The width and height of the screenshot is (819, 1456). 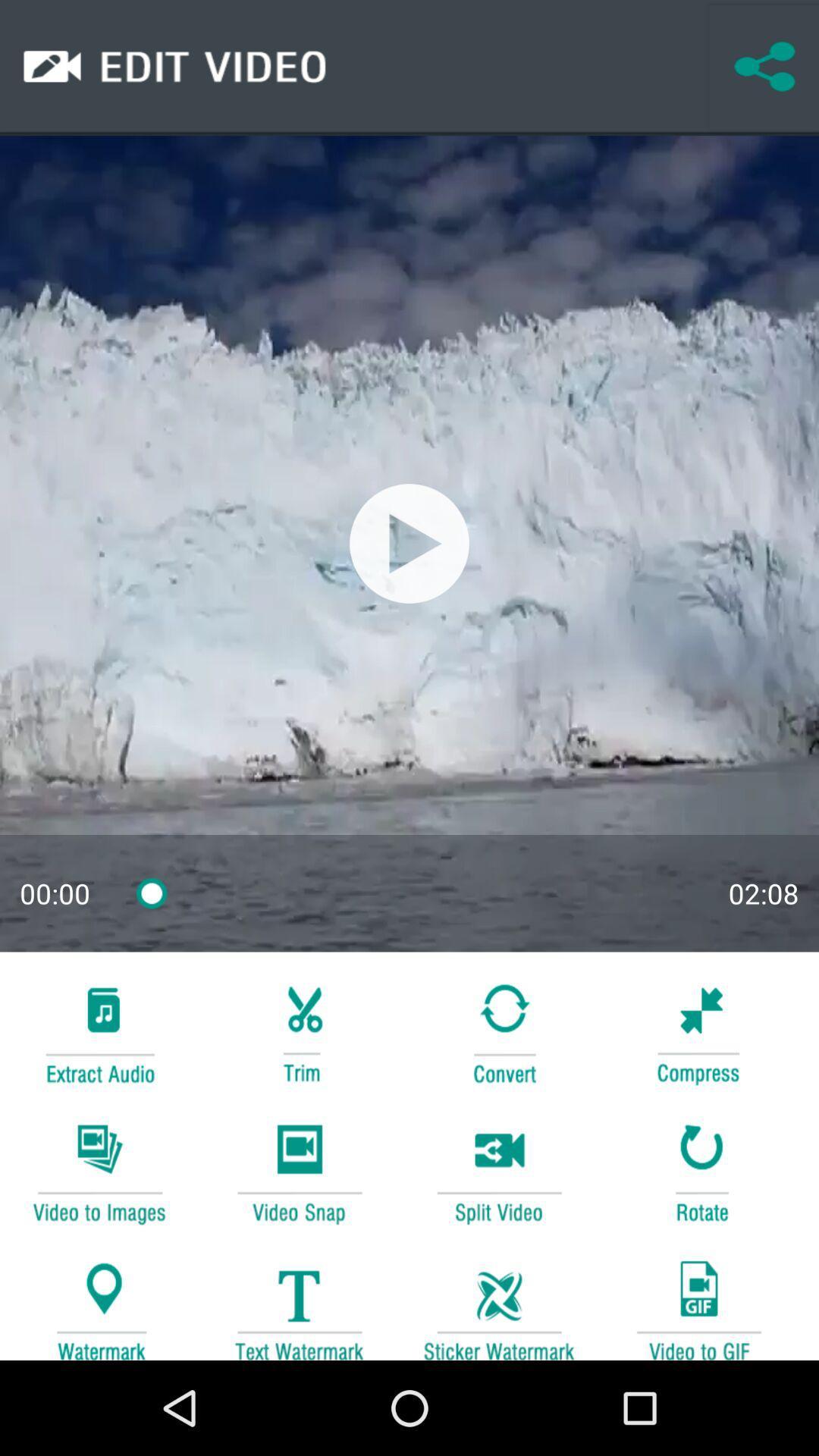 I want to click on option symbol, so click(x=299, y=1031).